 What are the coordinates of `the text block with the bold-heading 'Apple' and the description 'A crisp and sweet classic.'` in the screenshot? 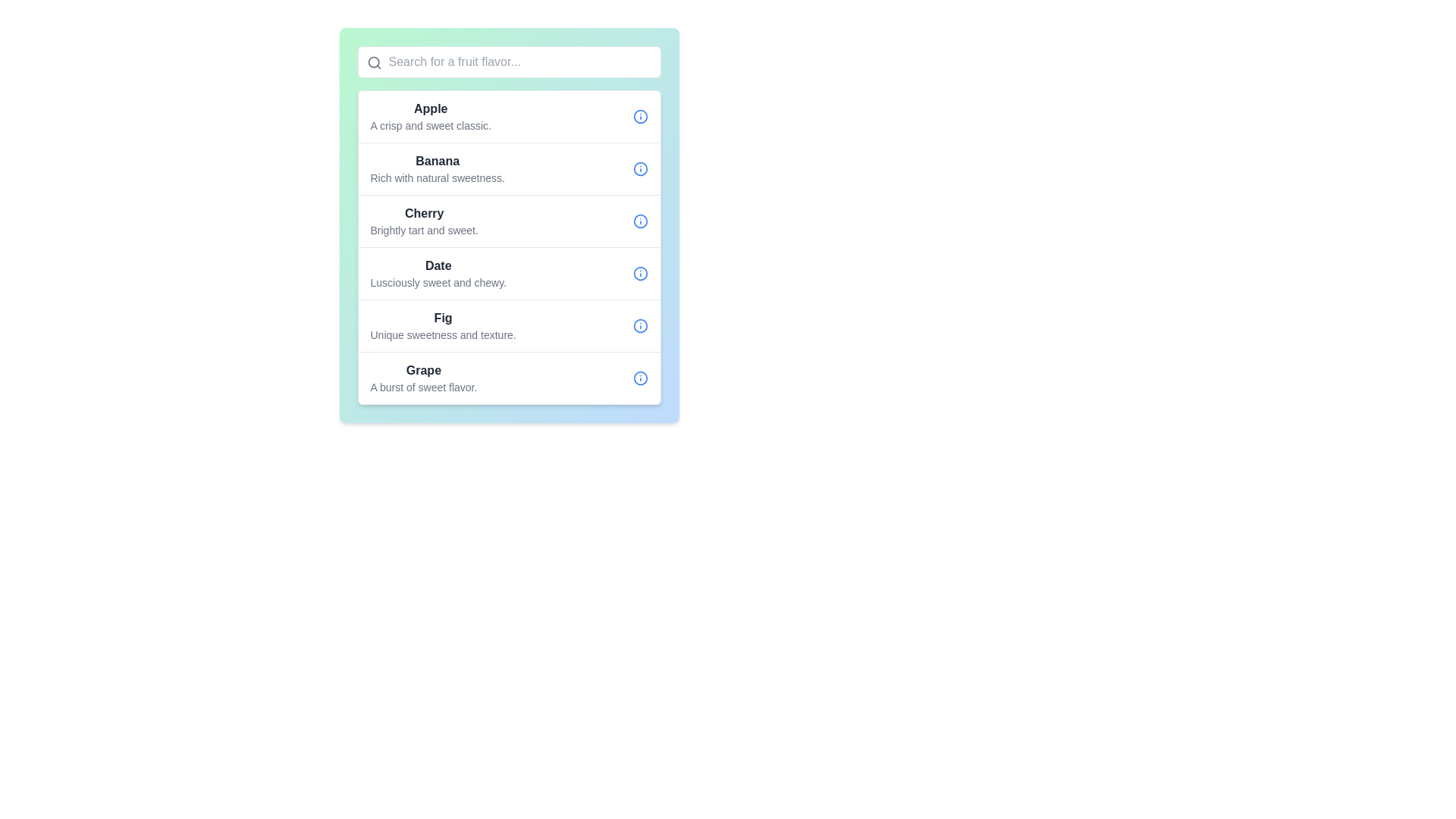 It's located at (430, 116).